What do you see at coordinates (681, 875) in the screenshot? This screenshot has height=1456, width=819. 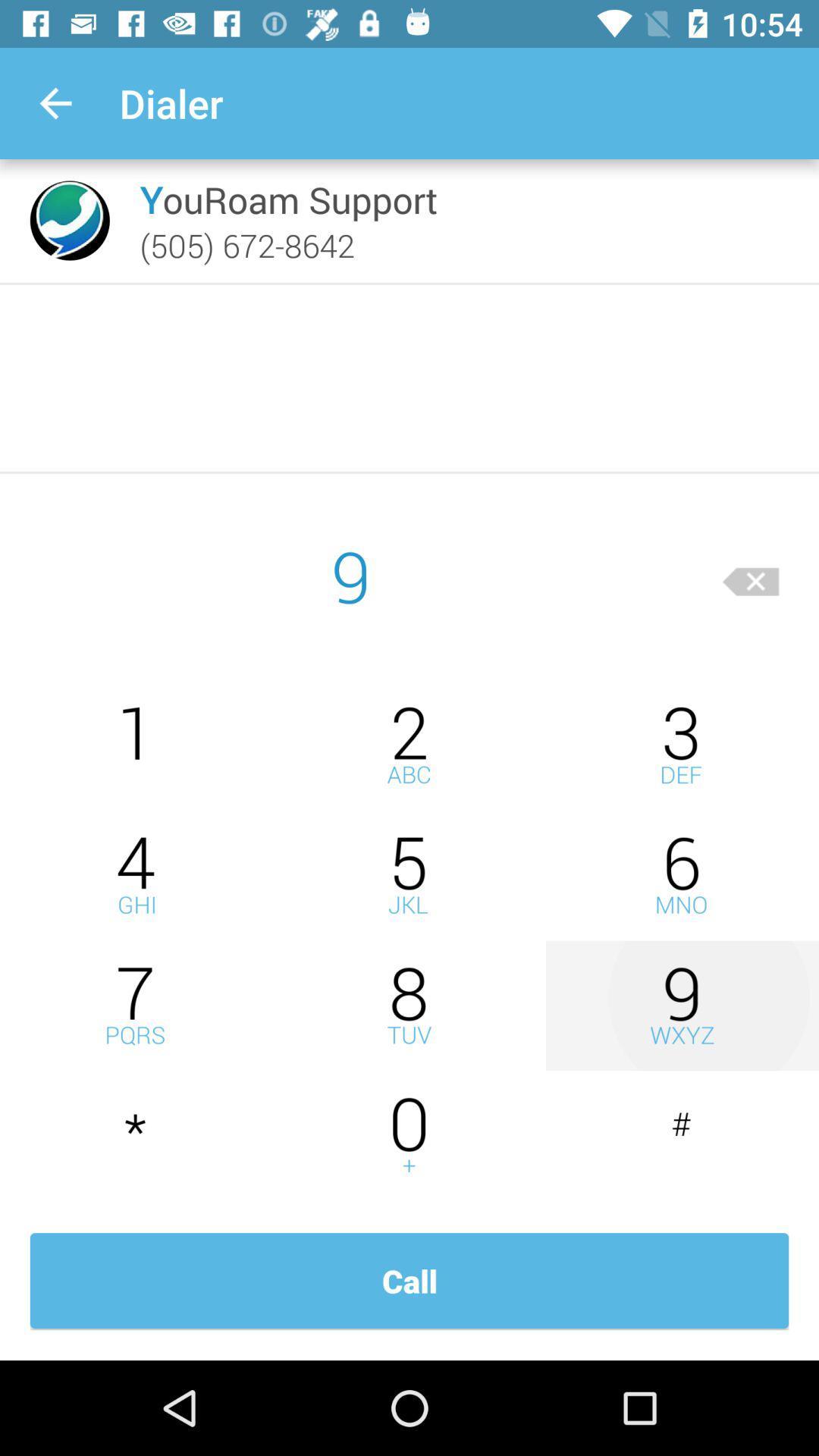 I see `number 6` at bounding box center [681, 875].